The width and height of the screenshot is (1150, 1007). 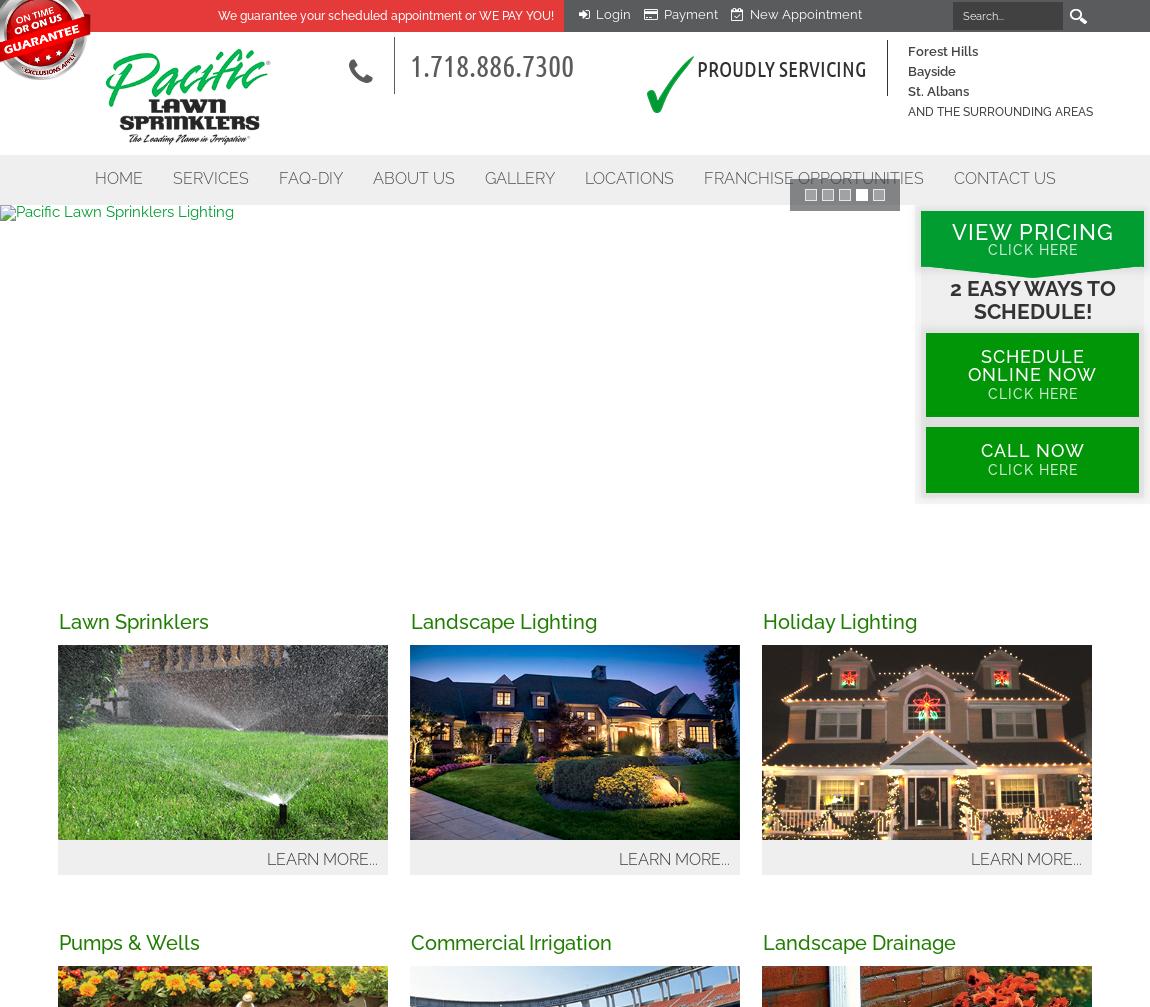 I want to click on 'Gallery', so click(x=518, y=178).